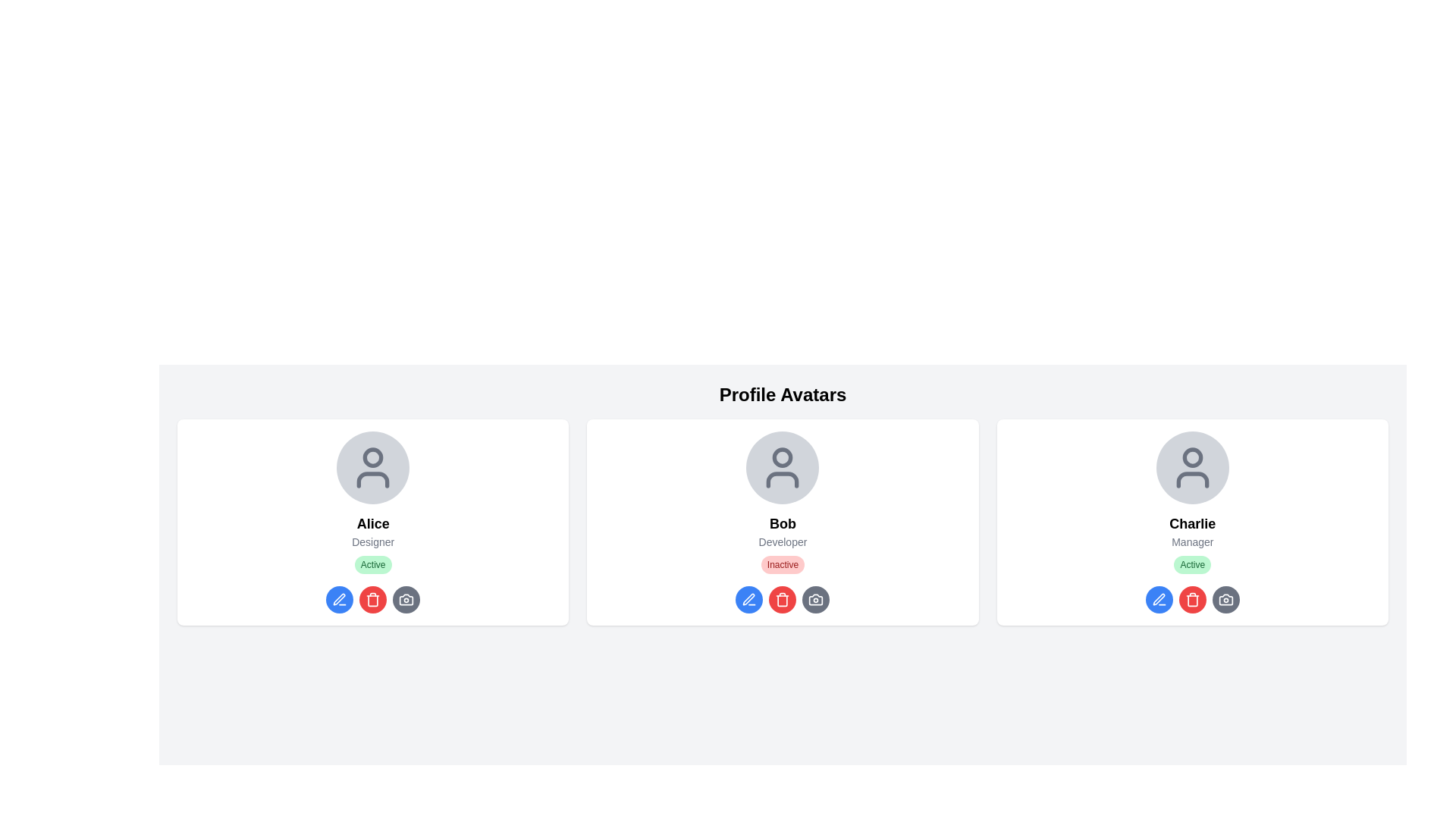 This screenshot has height=819, width=1456. I want to click on the circular button with a gray background and a white camera icon located as the fourth item from the left at the bottom of the 'Charlie' profile card, so click(1225, 598).